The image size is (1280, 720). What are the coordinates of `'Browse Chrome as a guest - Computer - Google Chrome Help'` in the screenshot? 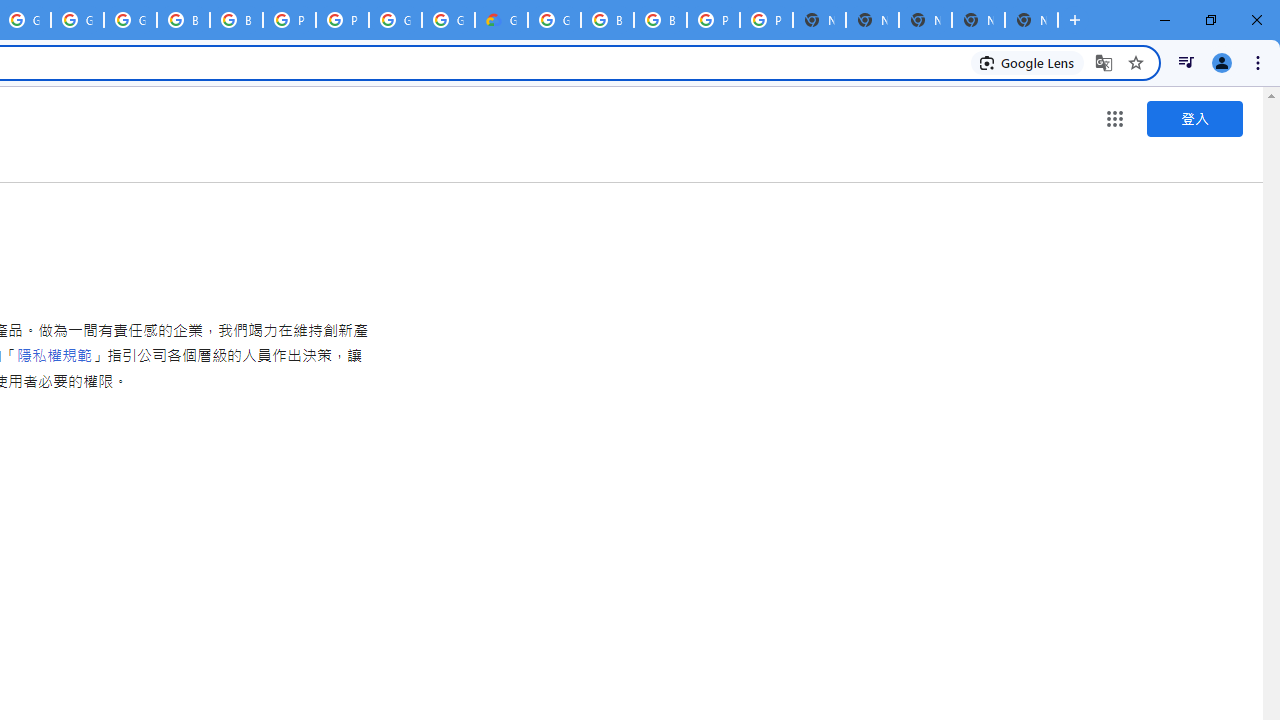 It's located at (183, 20).